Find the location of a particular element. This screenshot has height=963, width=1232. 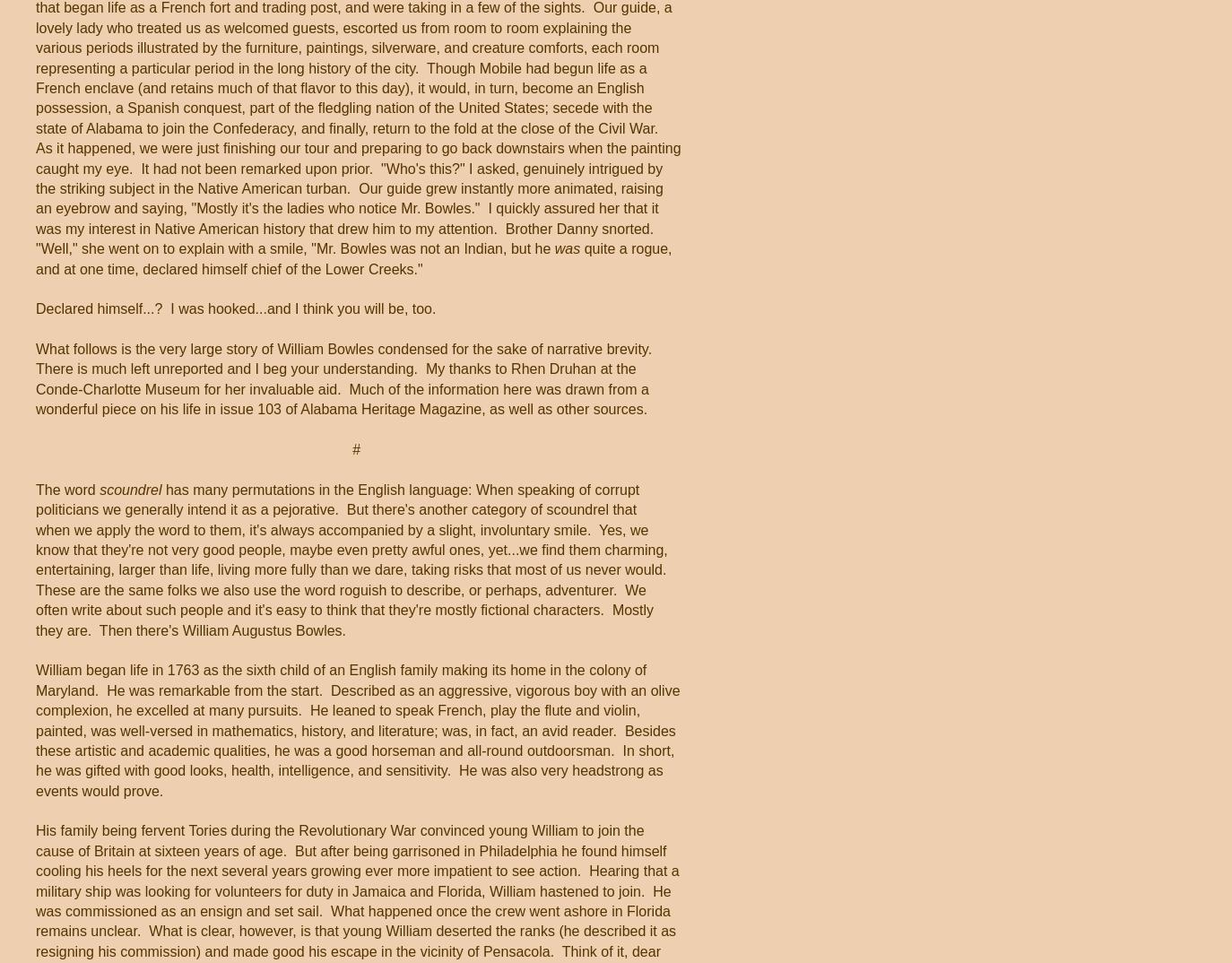

'#' is located at coordinates (358, 449).